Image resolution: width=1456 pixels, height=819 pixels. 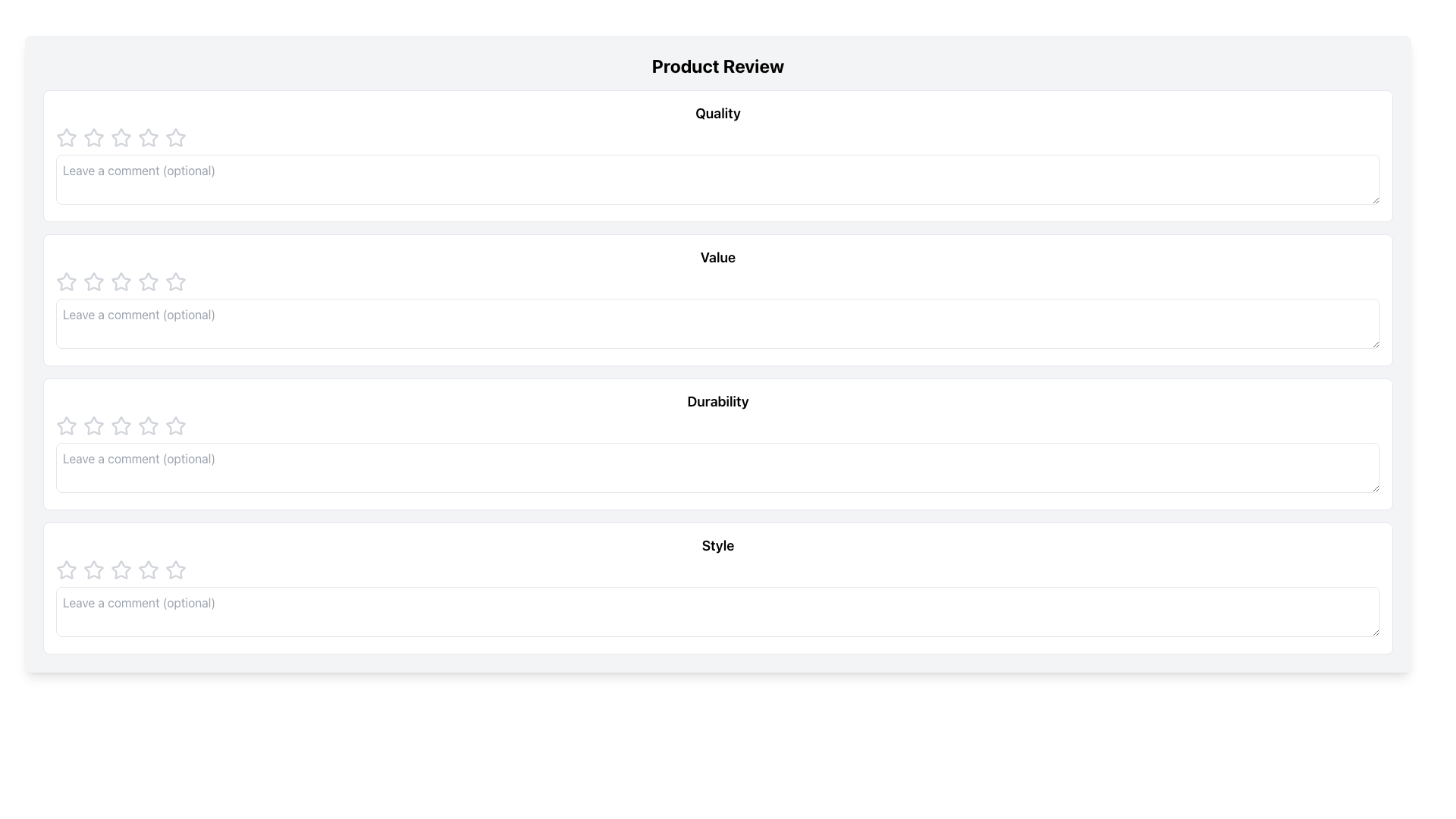 What do you see at coordinates (65, 137) in the screenshot?
I see `the first rating star icon, which is part of a sequence of five stars used for rating, located below the heading 'Quality'` at bounding box center [65, 137].